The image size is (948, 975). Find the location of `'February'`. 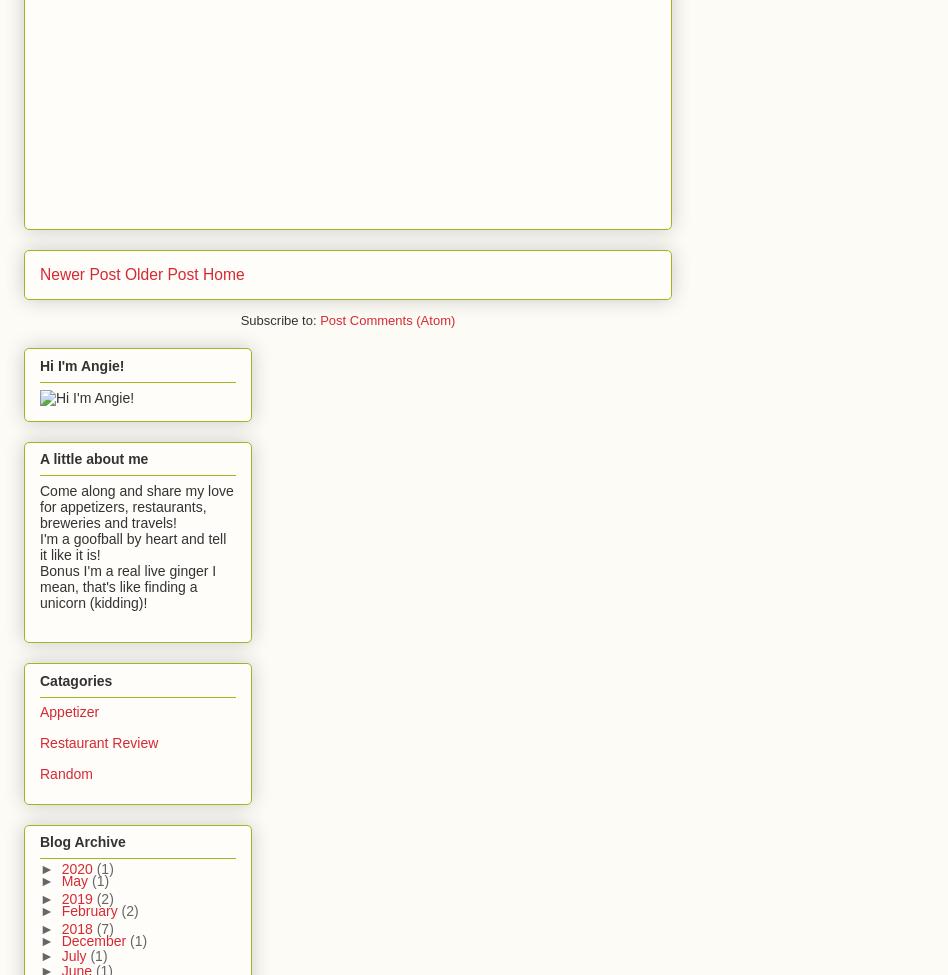

'February' is located at coordinates (60, 908).